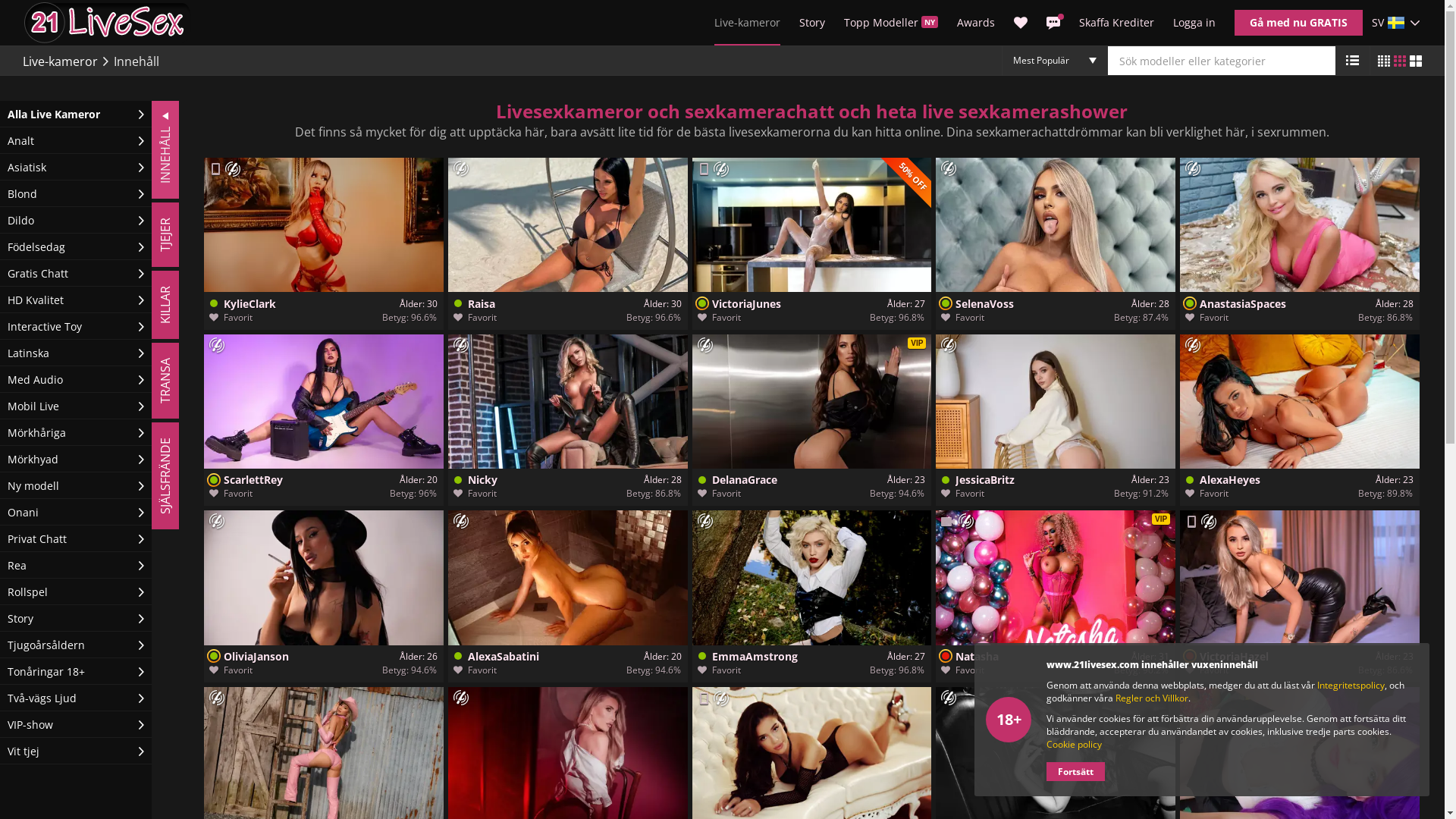 The height and width of the screenshot is (819, 1456). Describe the element at coordinates (1172, 23) in the screenshot. I see `'Logga in'` at that location.